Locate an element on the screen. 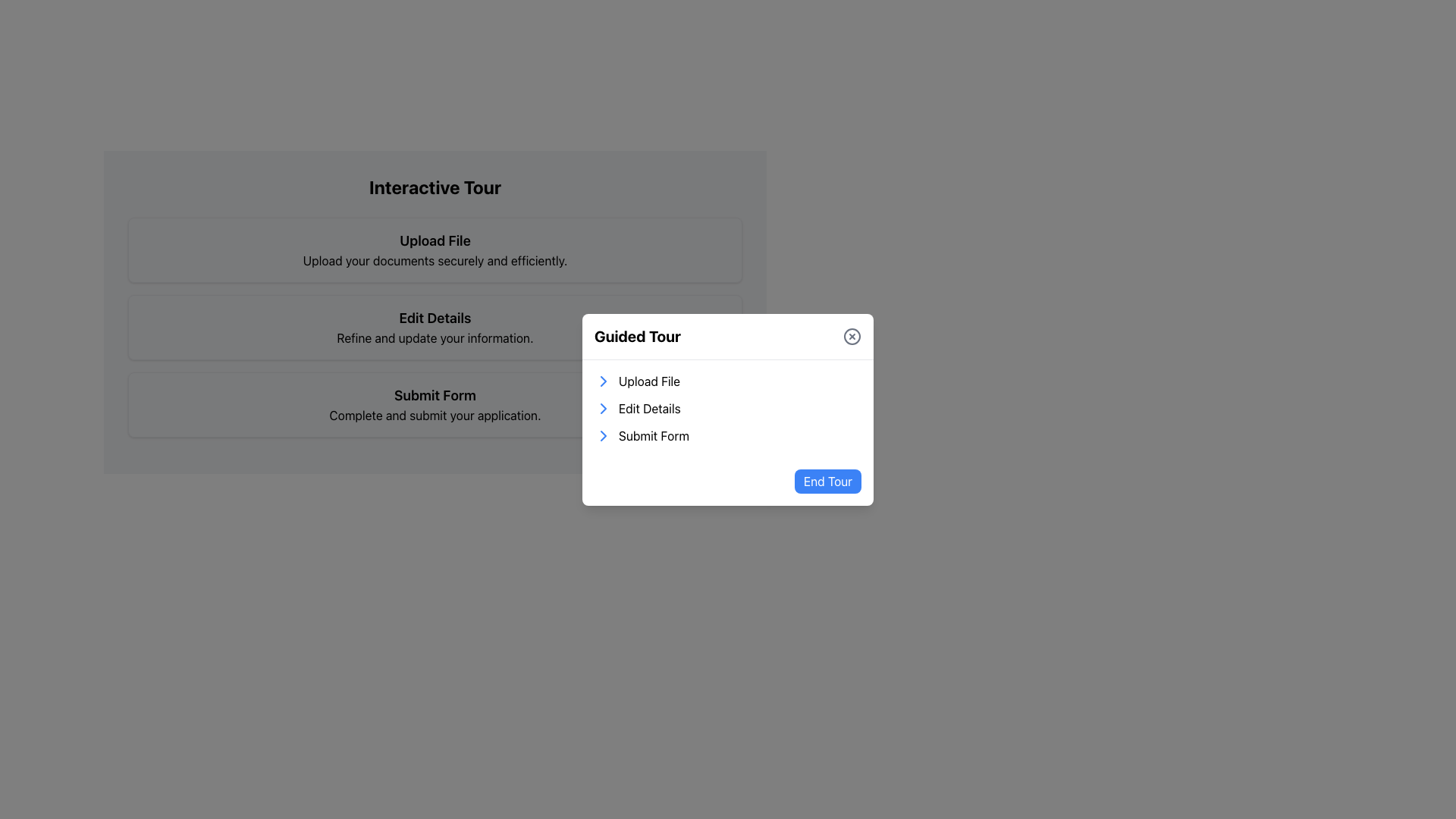 The height and width of the screenshot is (819, 1456). the blue Chevron icon located before the 'Edit Details' text in the 'Guided Tour' pop-up is located at coordinates (603, 406).